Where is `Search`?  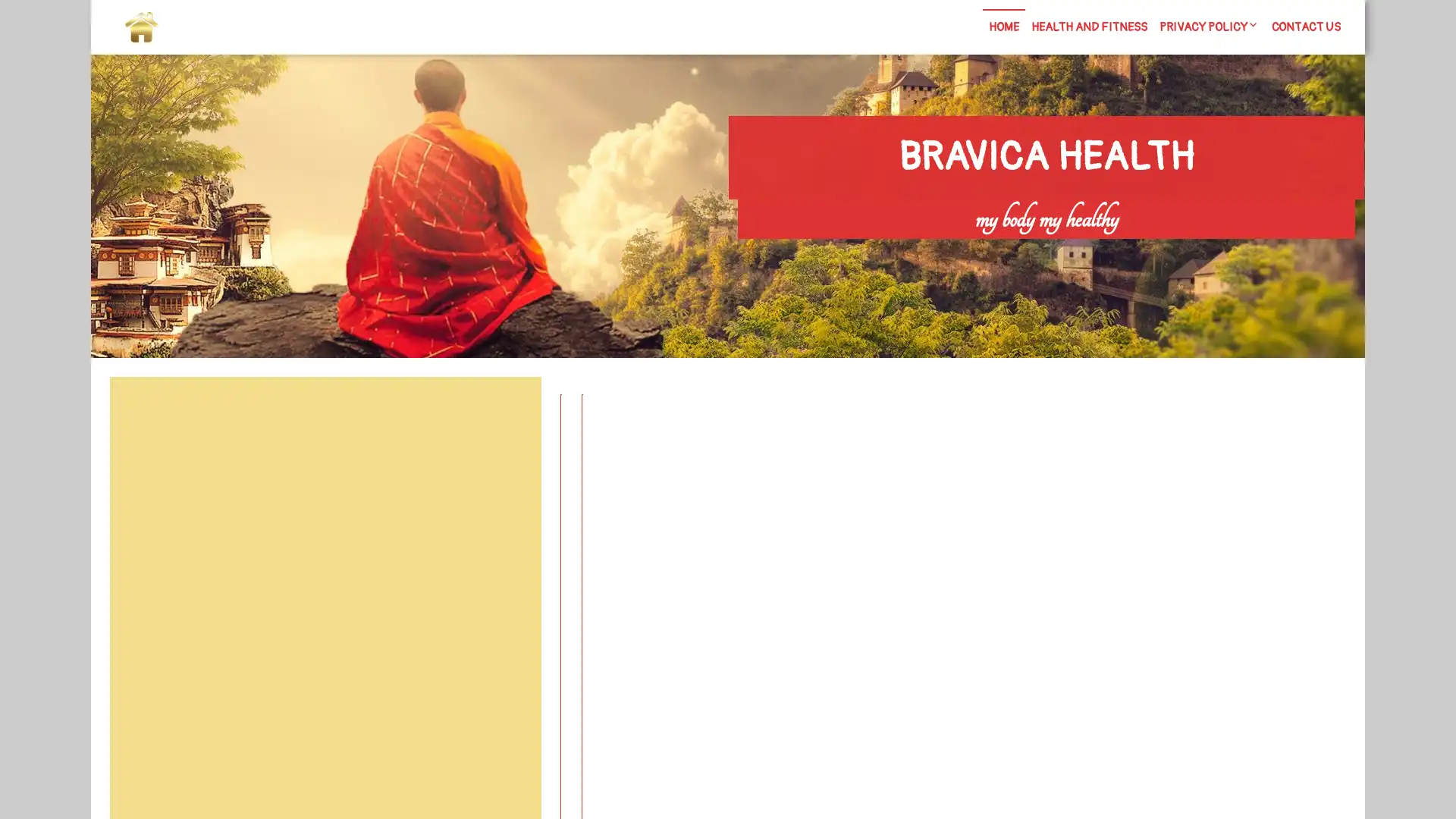
Search is located at coordinates (506, 413).